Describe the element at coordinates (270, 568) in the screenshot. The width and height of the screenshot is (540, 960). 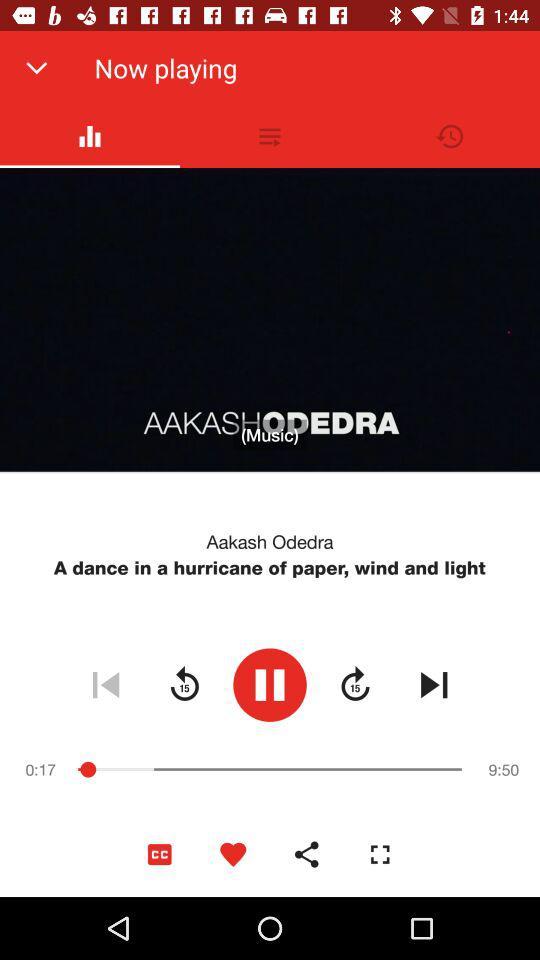
I see `the black color text which is below aakash odedra` at that location.